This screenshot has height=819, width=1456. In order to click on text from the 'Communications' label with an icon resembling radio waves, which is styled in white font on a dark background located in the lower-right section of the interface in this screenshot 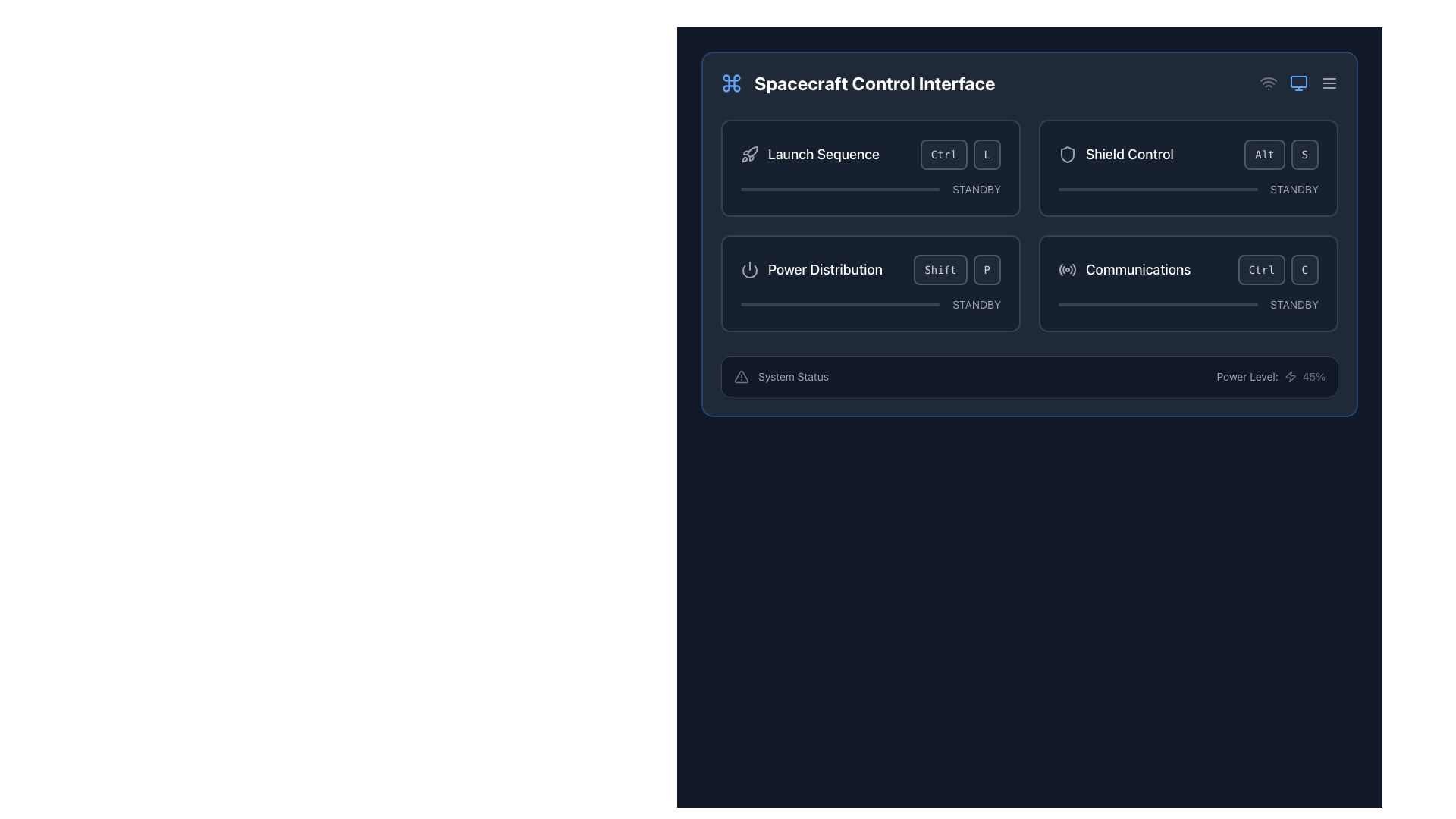, I will do `click(1125, 268)`.